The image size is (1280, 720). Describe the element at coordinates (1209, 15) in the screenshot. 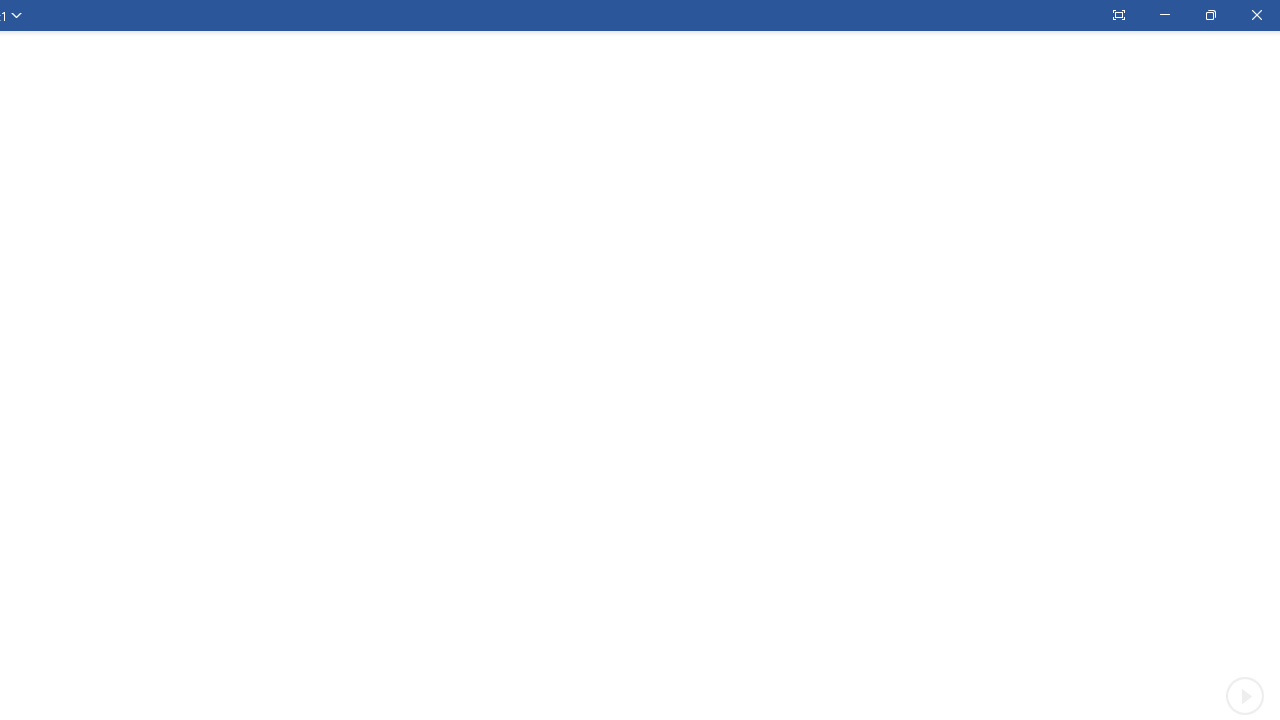

I see `'Restore Down'` at that location.